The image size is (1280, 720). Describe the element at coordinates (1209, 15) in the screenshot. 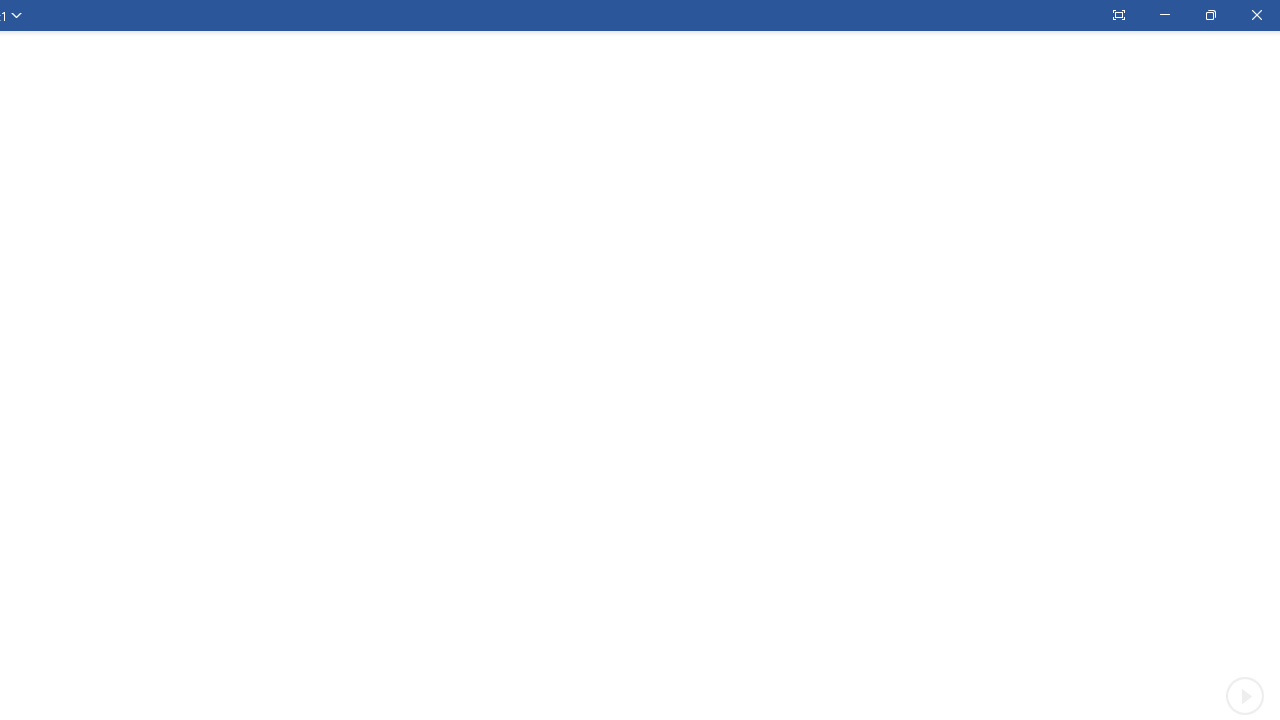

I see `'Restore Down'` at that location.